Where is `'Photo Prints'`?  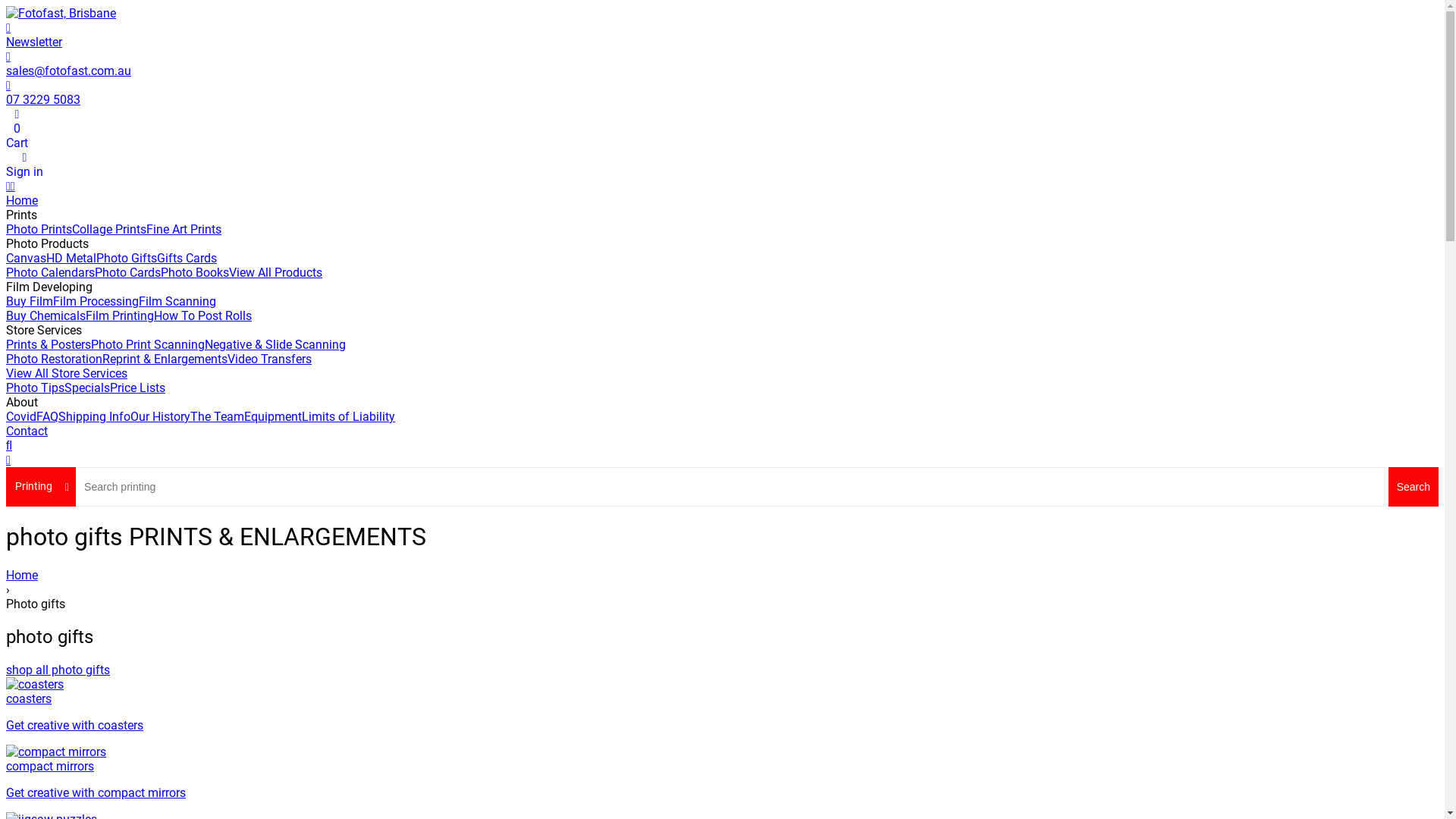
'Photo Prints' is located at coordinates (39, 229).